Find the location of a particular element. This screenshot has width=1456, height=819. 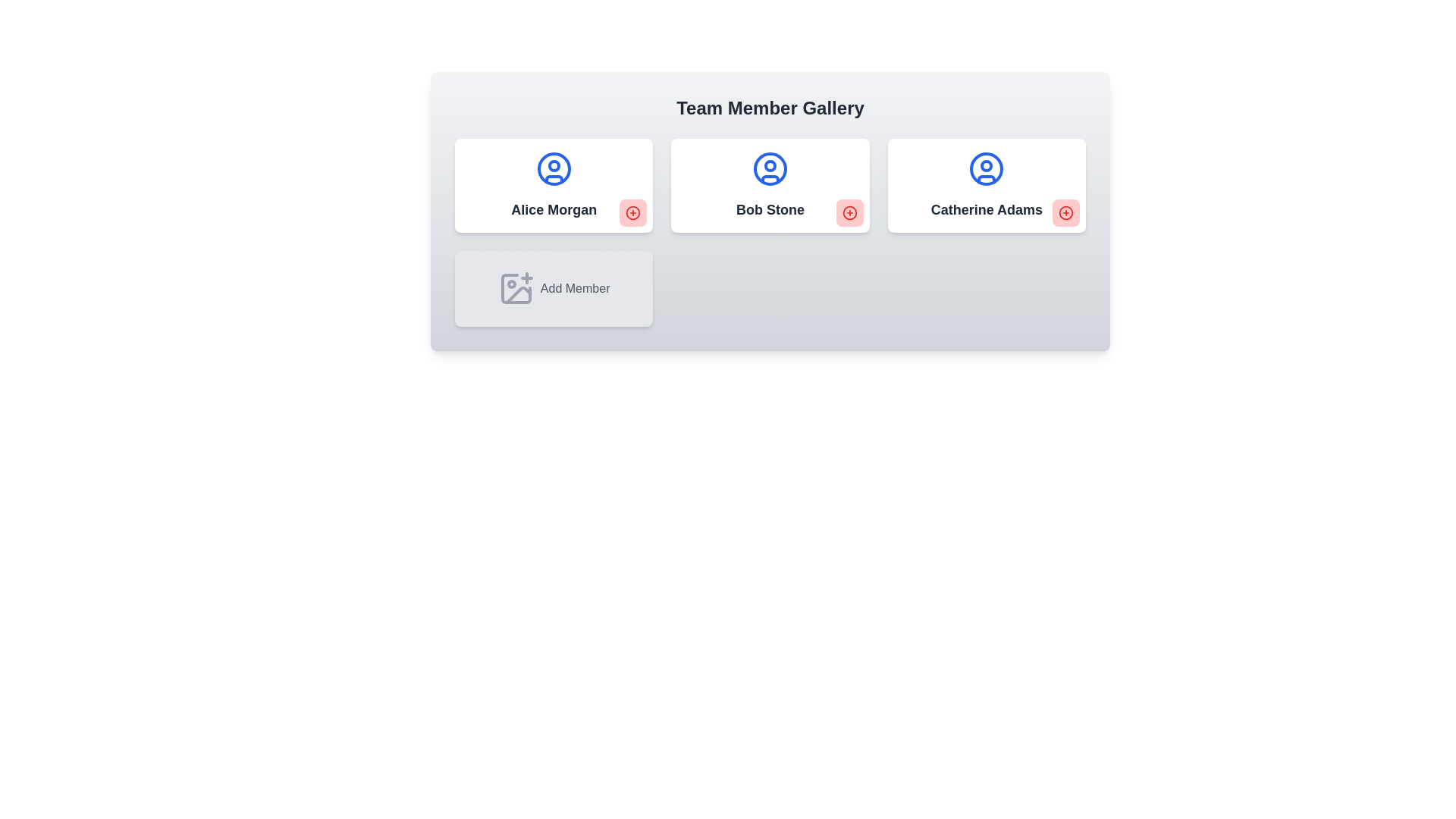

the circular user silhouette icon representing 'Bob Stone' is located at coordinates (770, 169).